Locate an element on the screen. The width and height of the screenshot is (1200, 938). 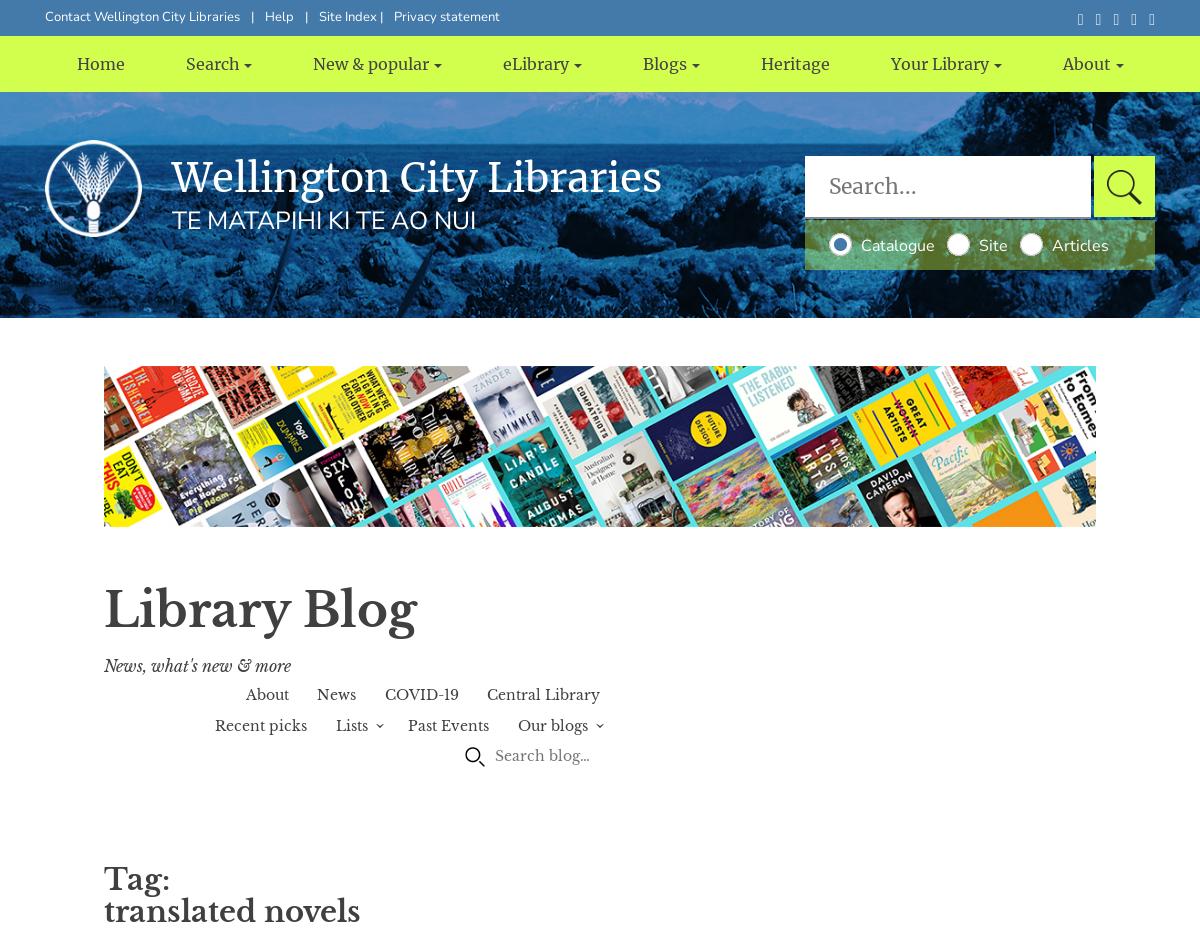
'Search' is located at coordinates (211, 62).